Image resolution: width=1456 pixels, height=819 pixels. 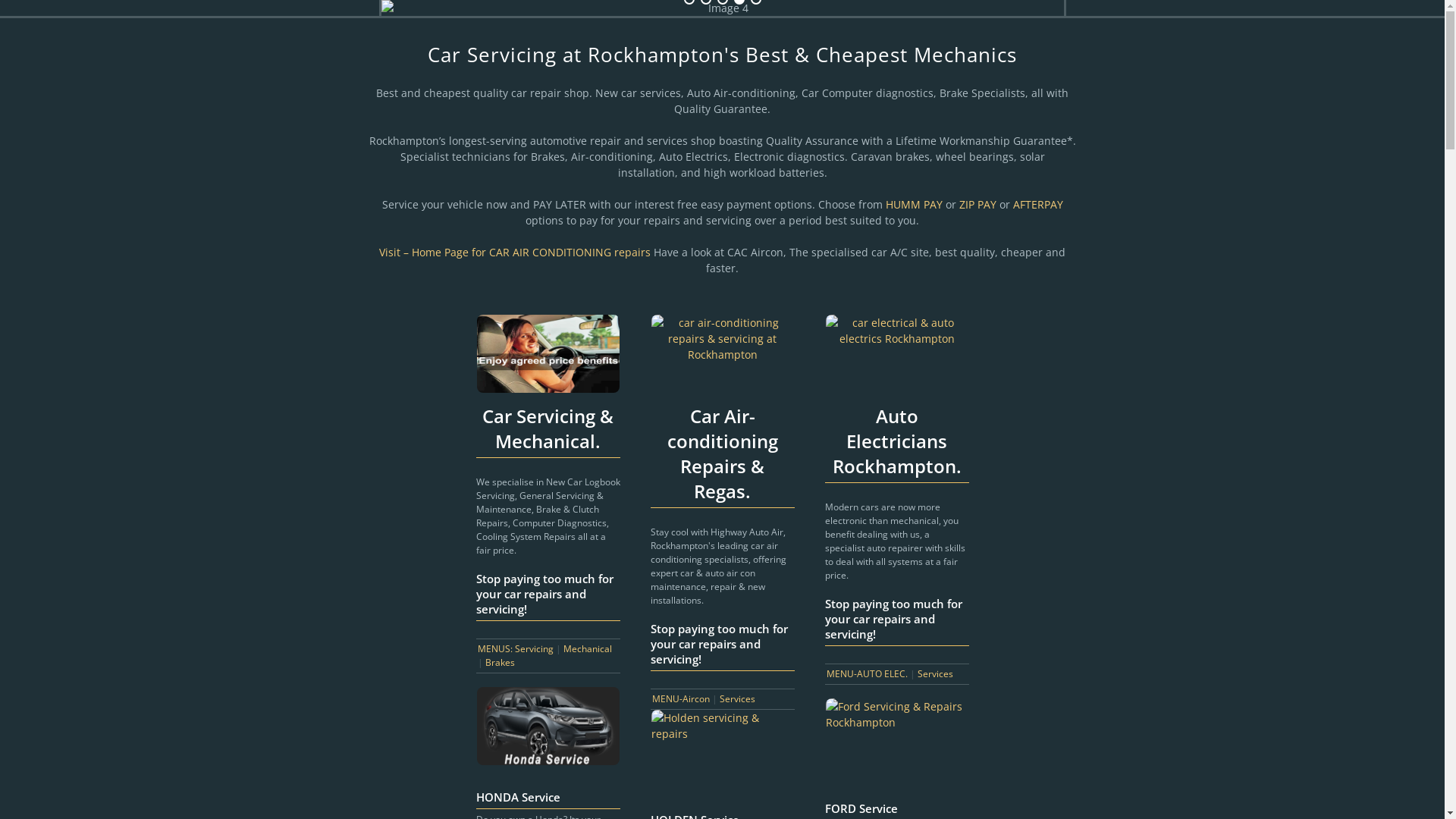 What do you see at coordinates (516, 648) in the screenshot?
I see `'MENUS: Servicing'` at bounding box center [516, 648].